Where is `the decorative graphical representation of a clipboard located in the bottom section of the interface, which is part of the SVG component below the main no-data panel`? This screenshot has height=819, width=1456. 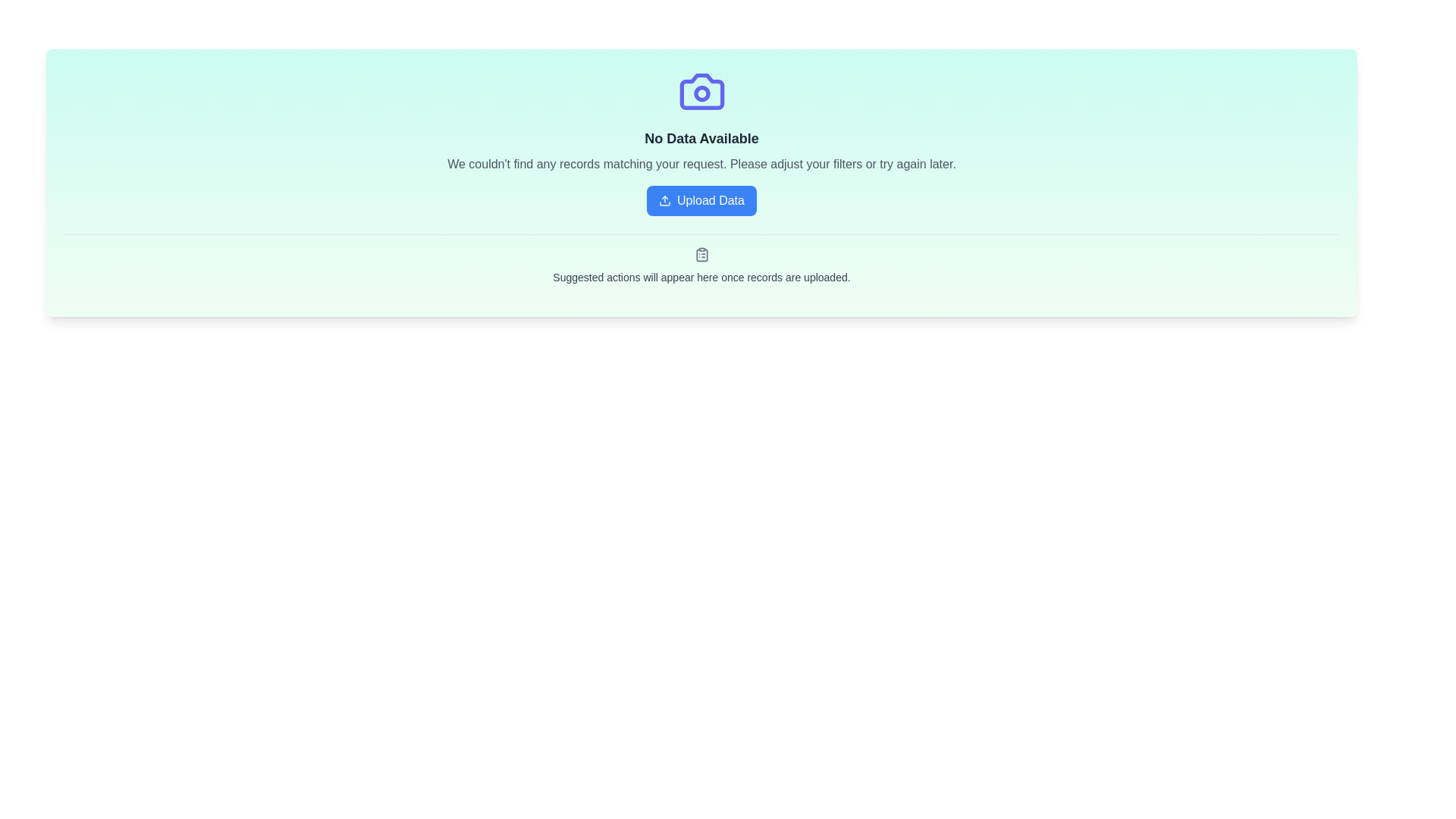
the decorative graphical representation of a clipboard located in the bottom section of the interface, which is part of the SVG component below the main no-data panel is located at coordinates (701, 254).